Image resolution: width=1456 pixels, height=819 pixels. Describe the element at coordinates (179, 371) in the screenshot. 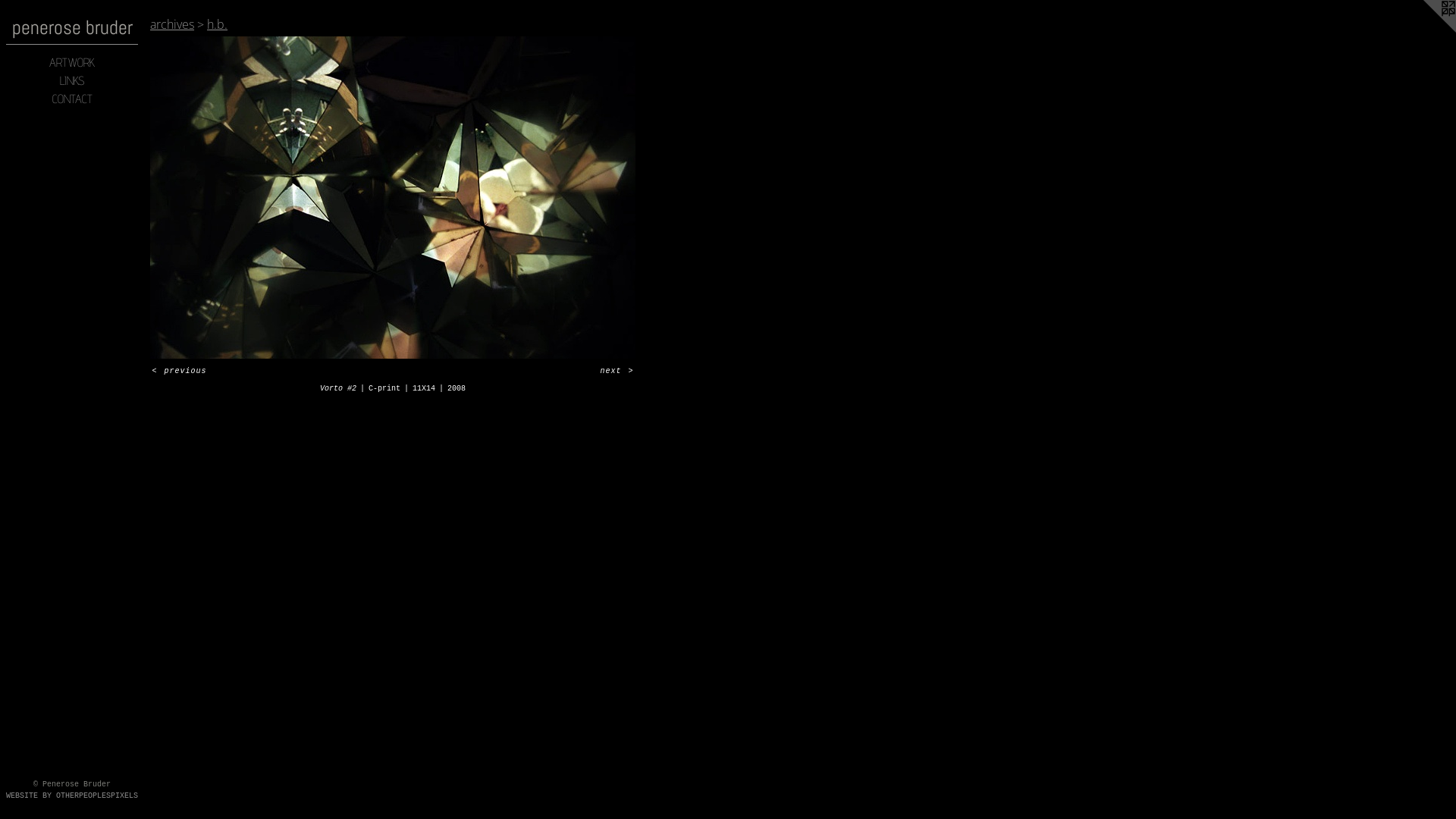

I see `'< previous'` at that location.